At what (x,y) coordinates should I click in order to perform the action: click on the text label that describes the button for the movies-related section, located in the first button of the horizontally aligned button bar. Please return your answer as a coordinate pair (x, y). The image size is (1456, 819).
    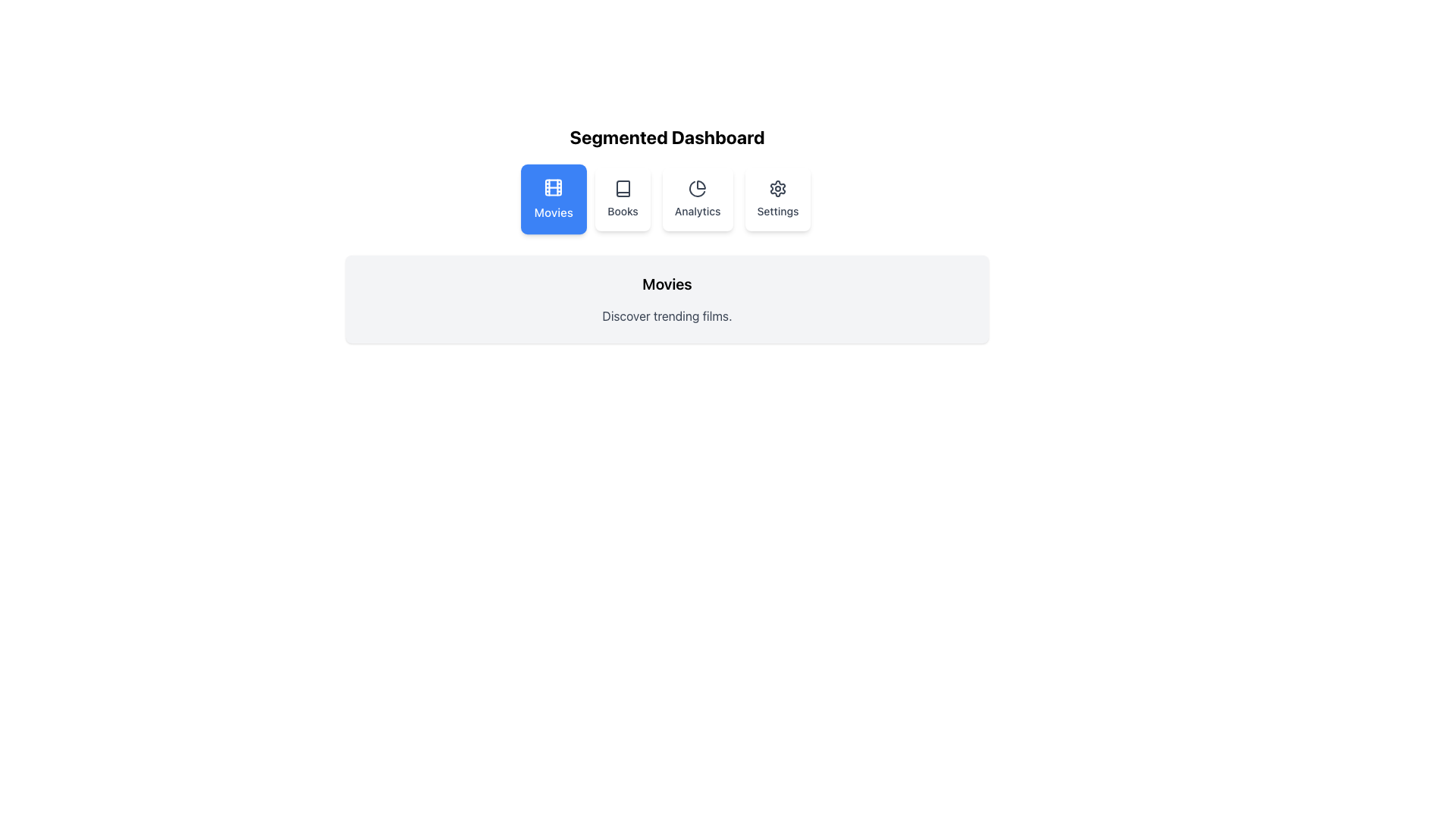
    Looking at the image, I should click on (552, 212).